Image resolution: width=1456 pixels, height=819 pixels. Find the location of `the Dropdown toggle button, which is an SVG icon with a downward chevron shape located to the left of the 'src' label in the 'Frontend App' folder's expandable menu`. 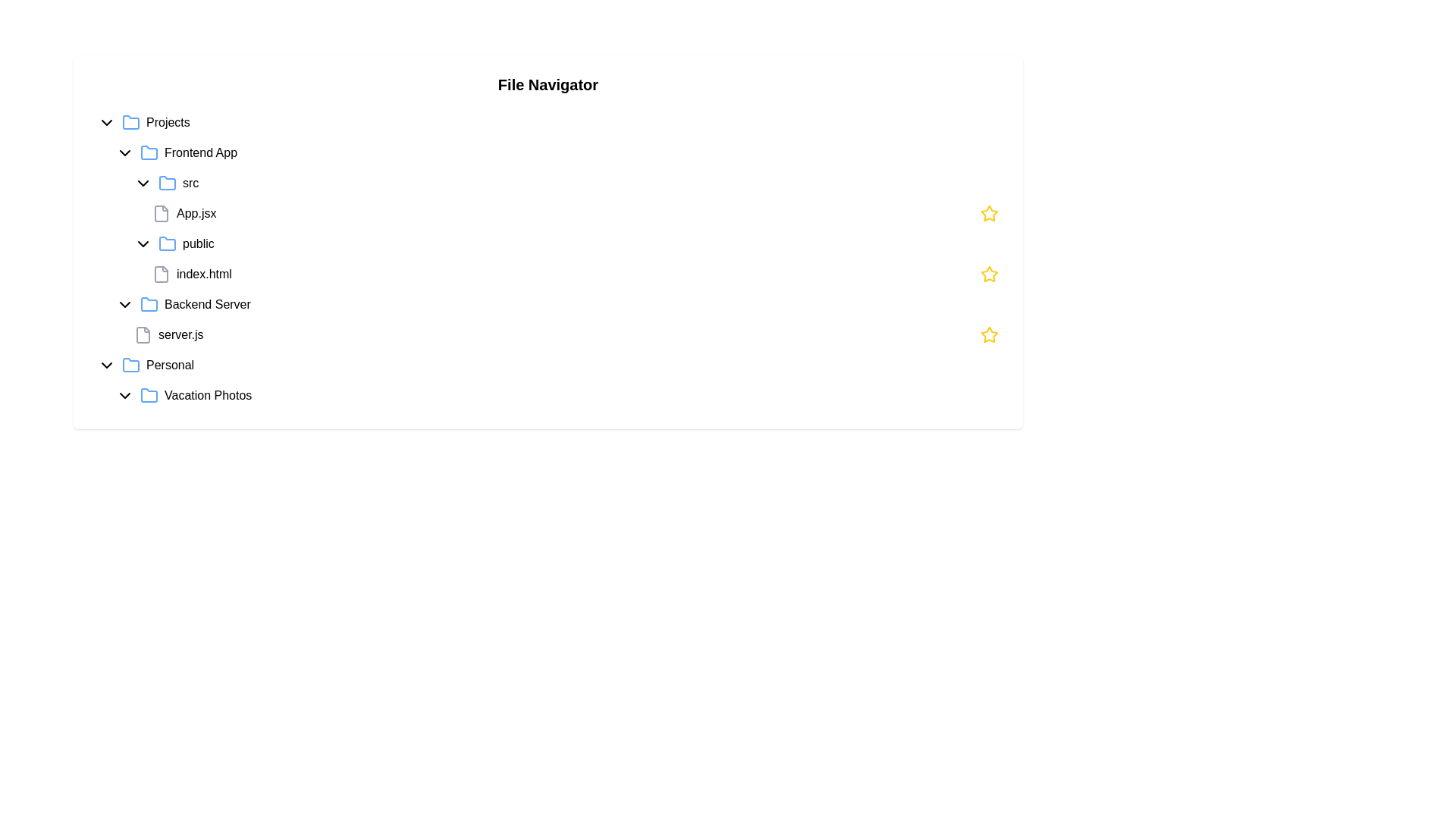

the Dropdown toggle button, which is an SVG icon with a downward chevron shape located to the left of the 'src' label in the 'Frontend App' folder's expandable menu is located at coordinates (143, 183).